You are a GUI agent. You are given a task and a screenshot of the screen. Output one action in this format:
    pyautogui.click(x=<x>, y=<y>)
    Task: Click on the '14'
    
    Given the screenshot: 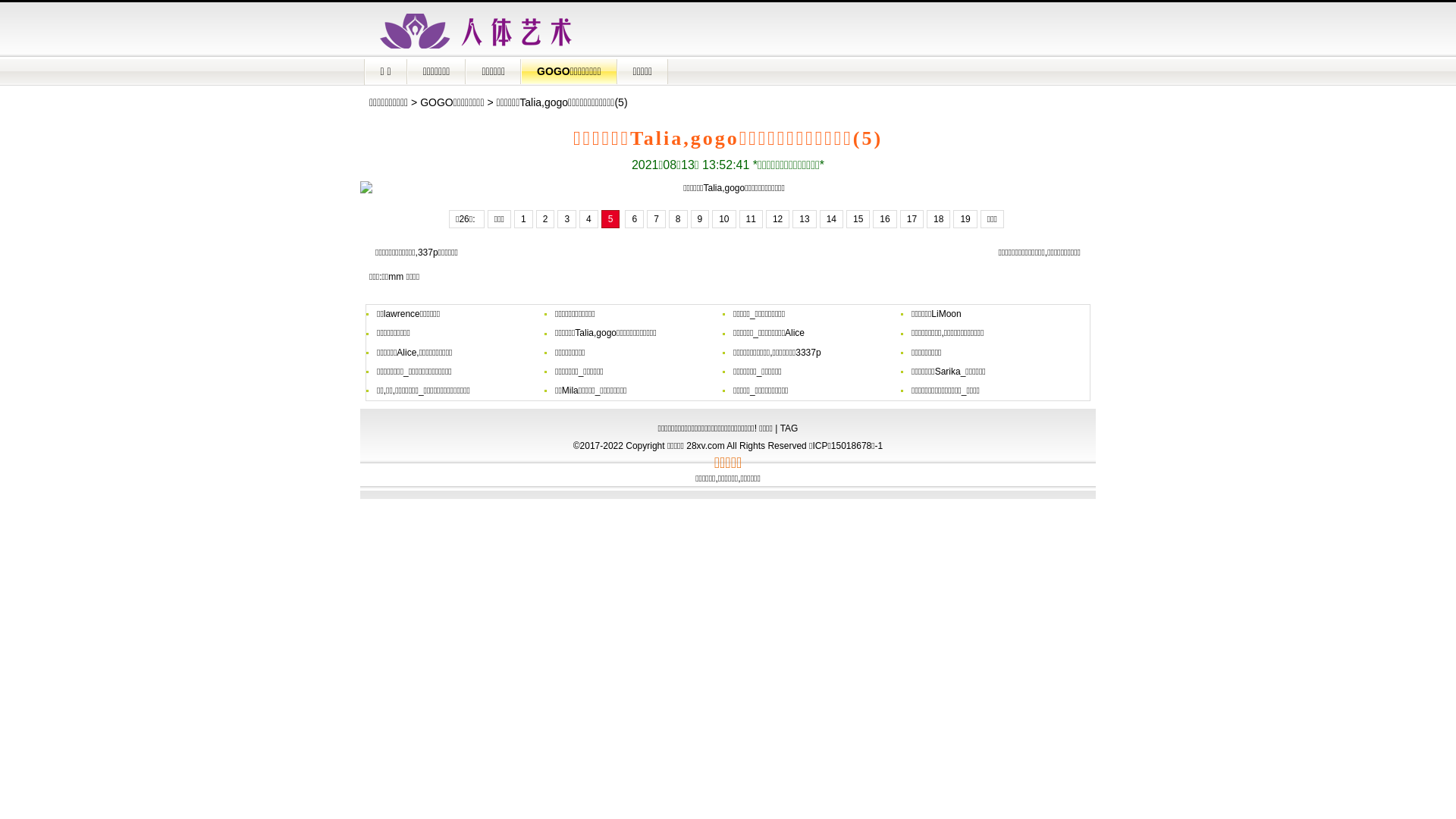 What is the action you would take?
    pyautogui.click(x=830, y=219)
    